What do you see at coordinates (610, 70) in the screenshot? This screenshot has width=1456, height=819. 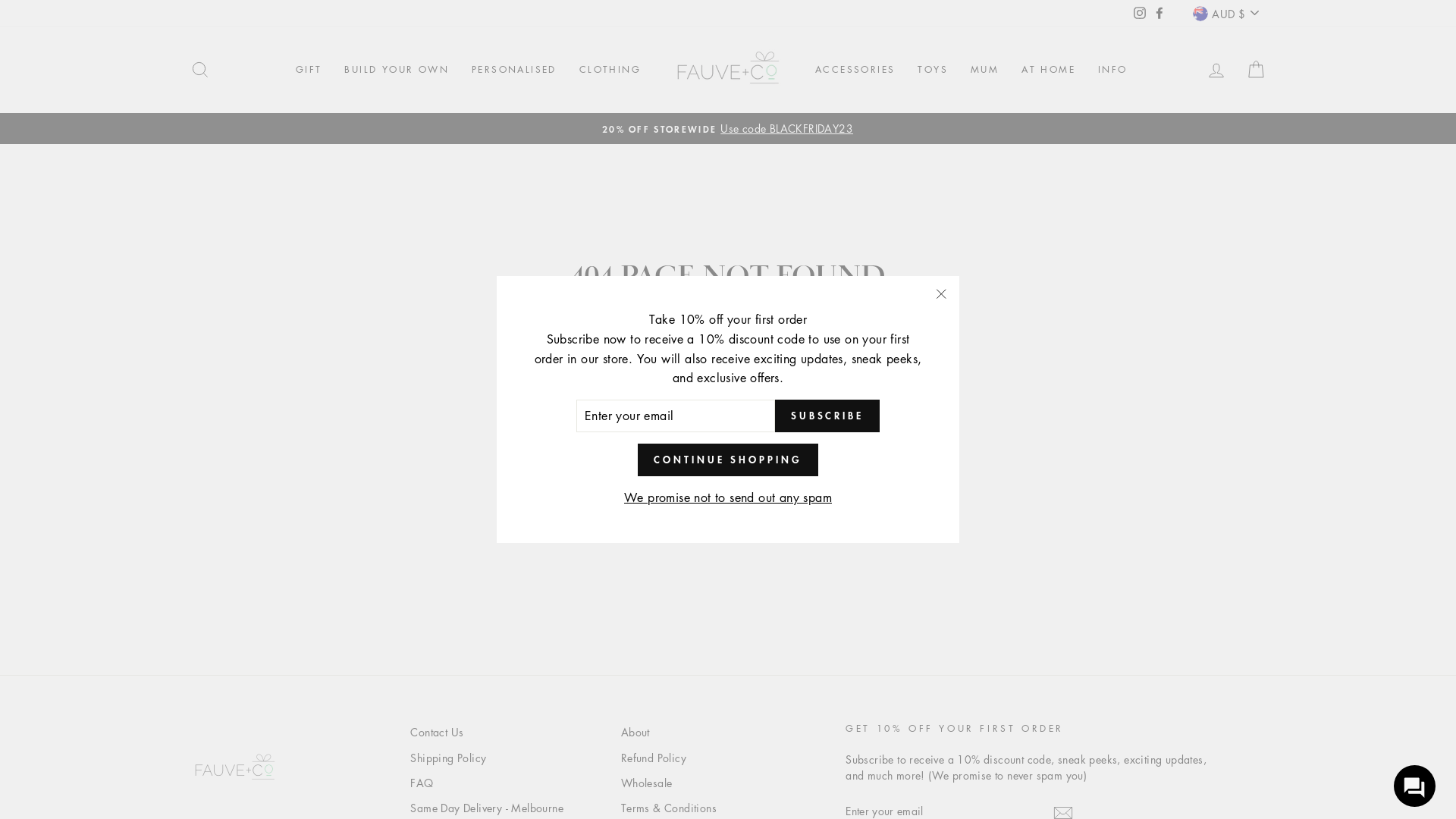 I see `'CLOTHING'` at bounding box center [610, 70].